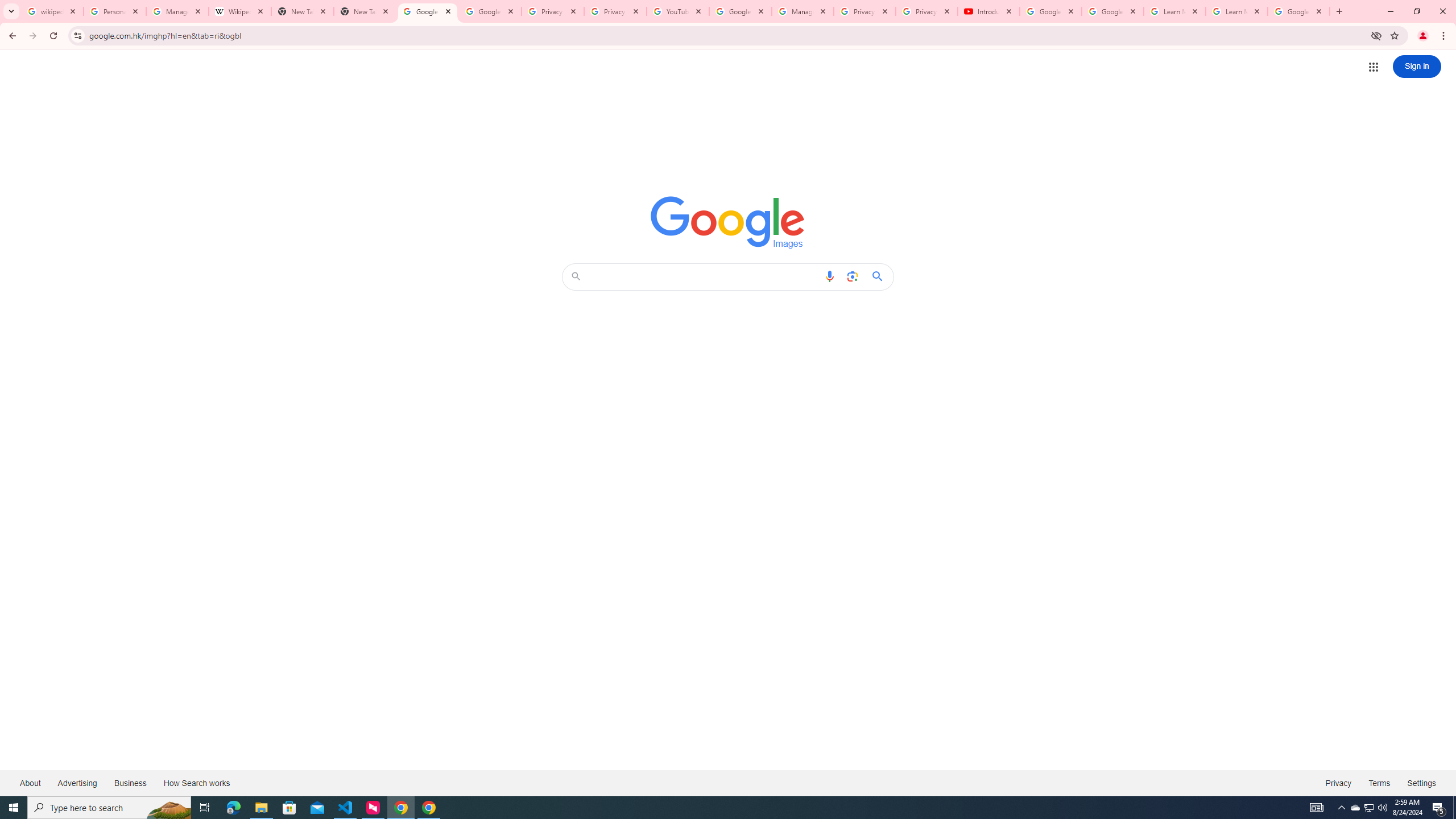 The height and width of the screenshot is (819, 1456). What do you see at coordinates (196, 782) in the screenshot?
I see `'How Search works'` at bounding box center [196, 782].